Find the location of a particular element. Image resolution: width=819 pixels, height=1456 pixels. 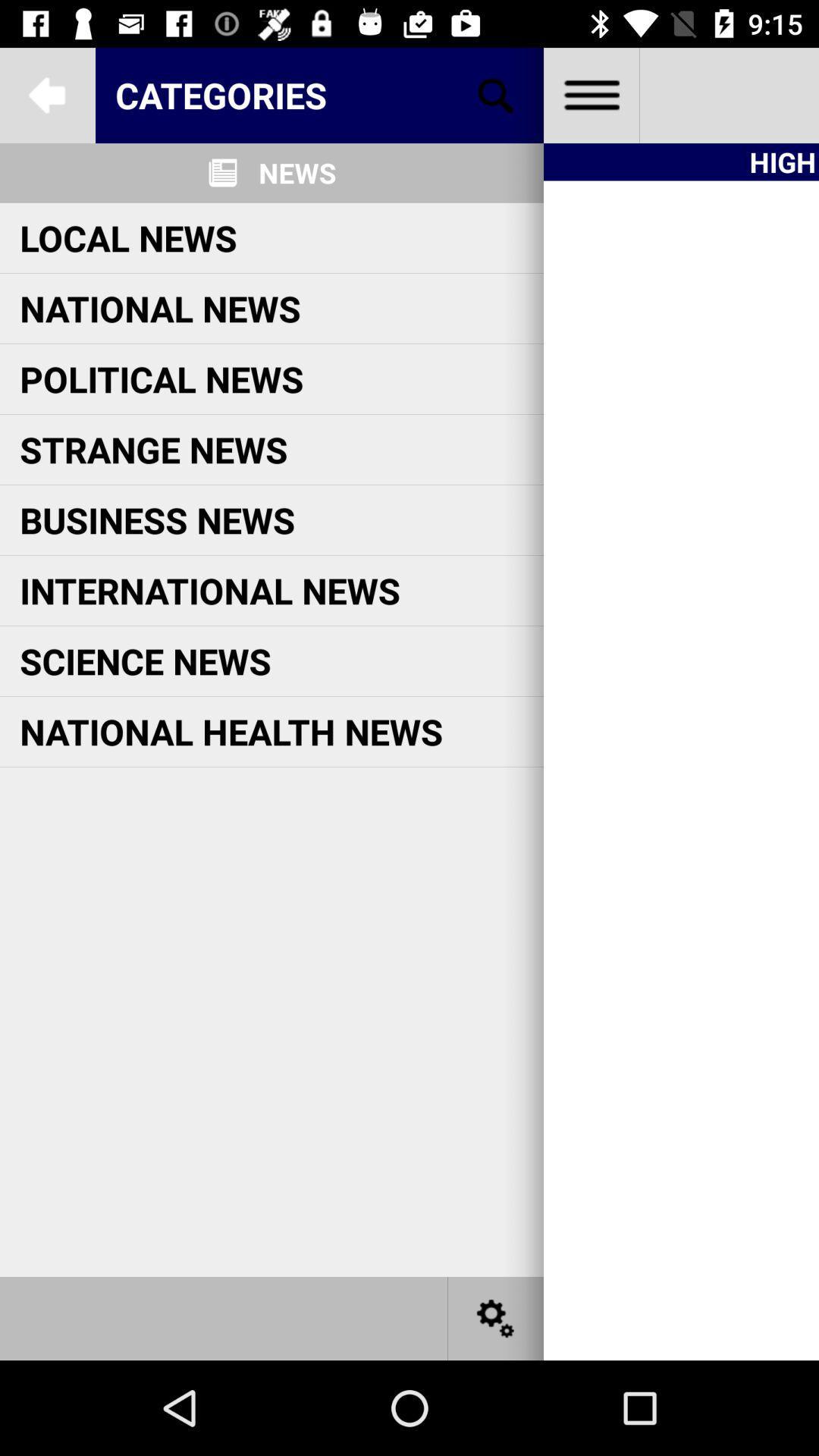

settings is located at coordinates (496, 1317).